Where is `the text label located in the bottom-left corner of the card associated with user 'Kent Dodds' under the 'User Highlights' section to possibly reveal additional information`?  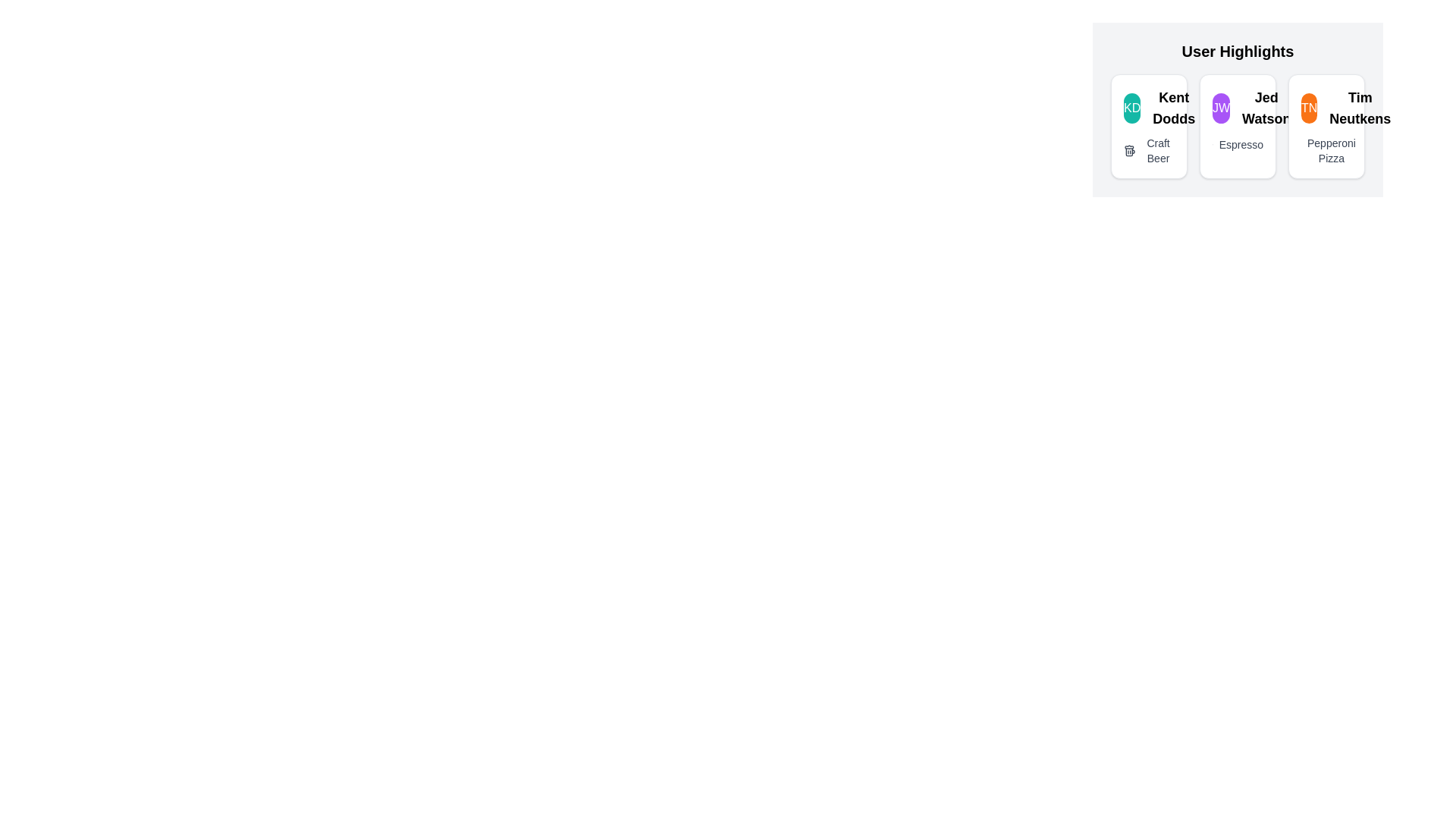 the text label located in the bottom-left corner of the card associated with user 'Kent Dodds' under the 'User Highlights' section to possibly reveal additional information is located at coordinates (1157, 151).